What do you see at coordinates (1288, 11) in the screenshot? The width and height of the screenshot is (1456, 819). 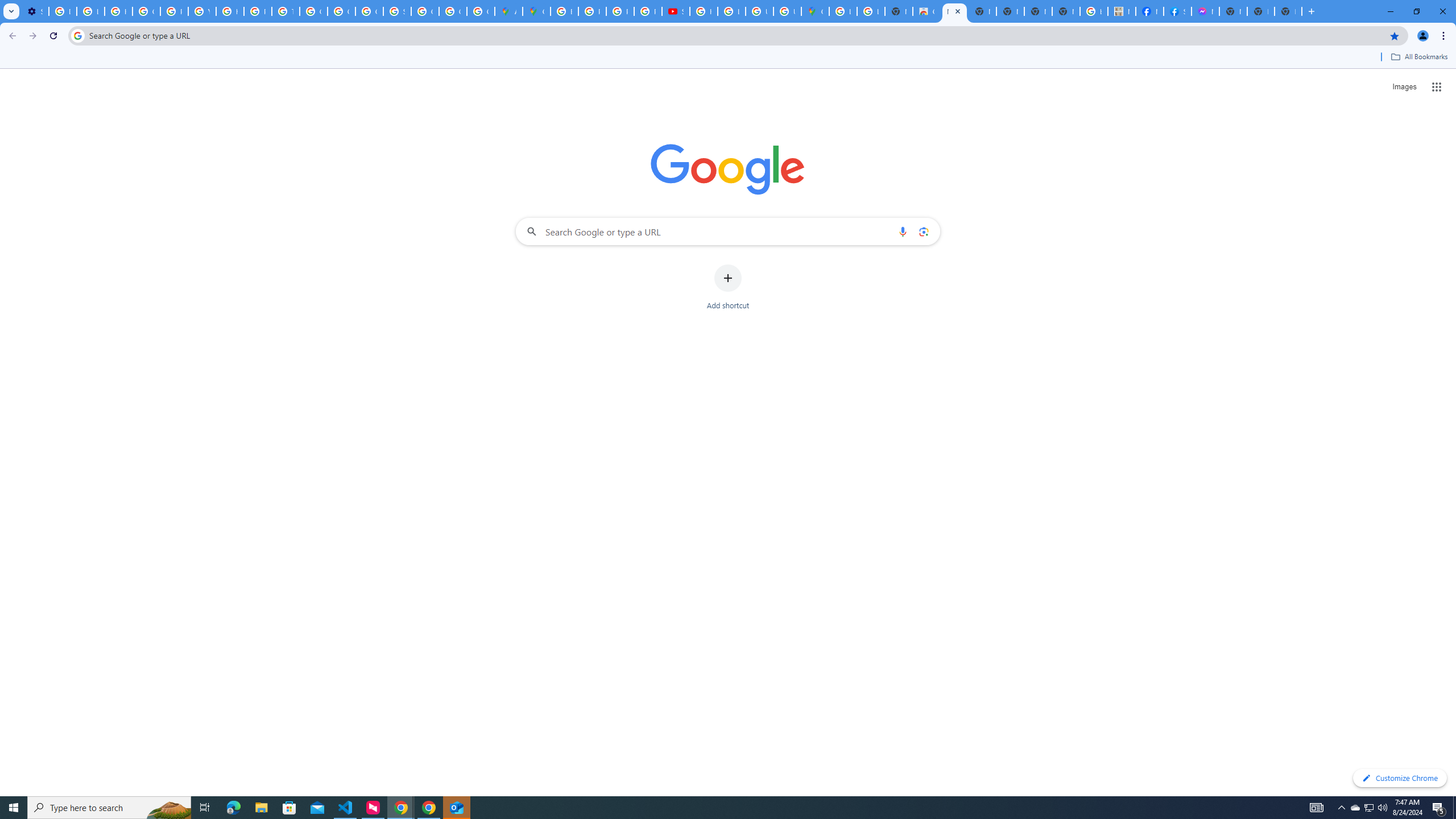 I see `'New Tab'` at bounding box center [1288, 11].